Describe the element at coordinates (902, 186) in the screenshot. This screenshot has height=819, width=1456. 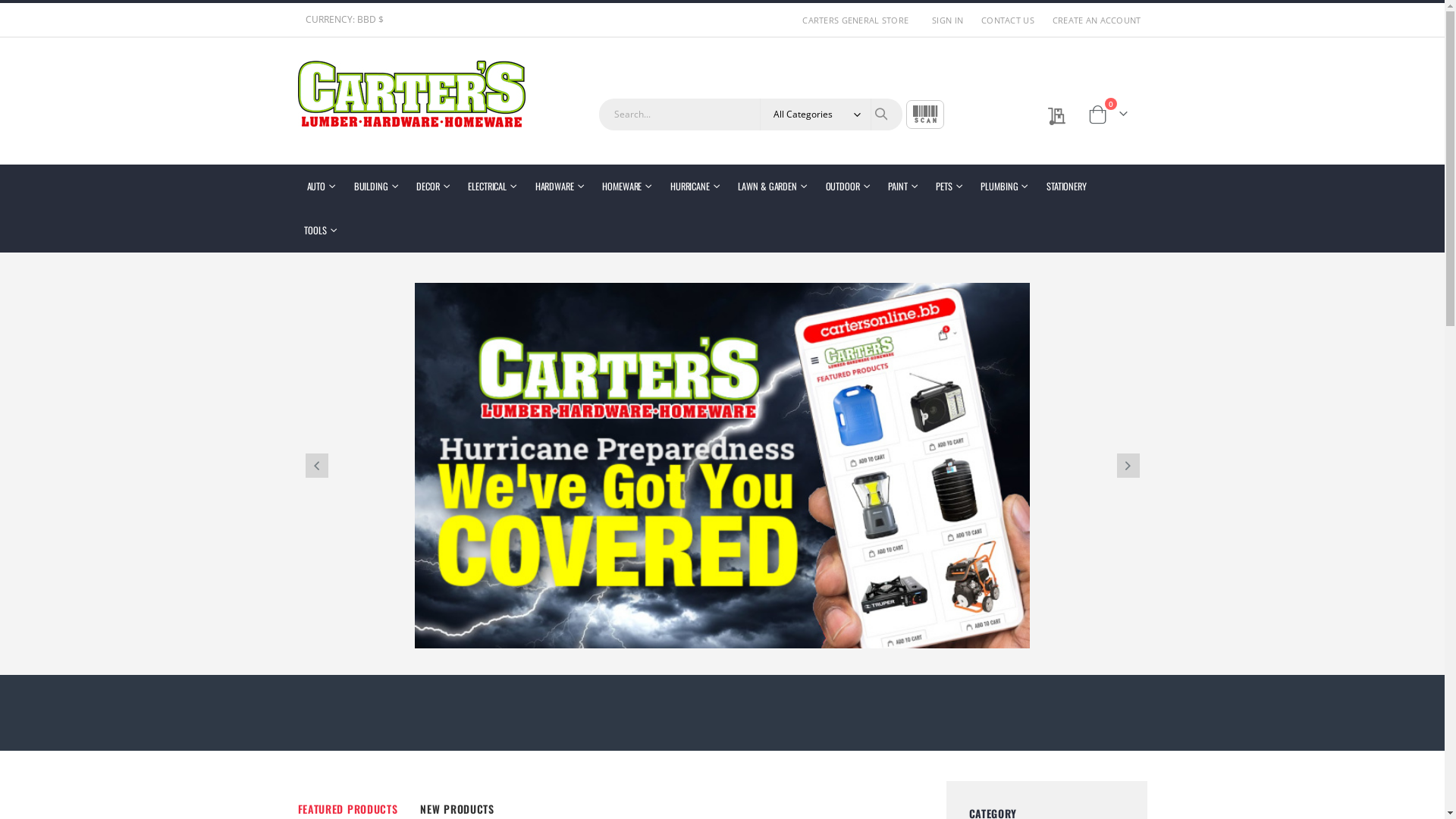
I see `'PAINT'` at that location.